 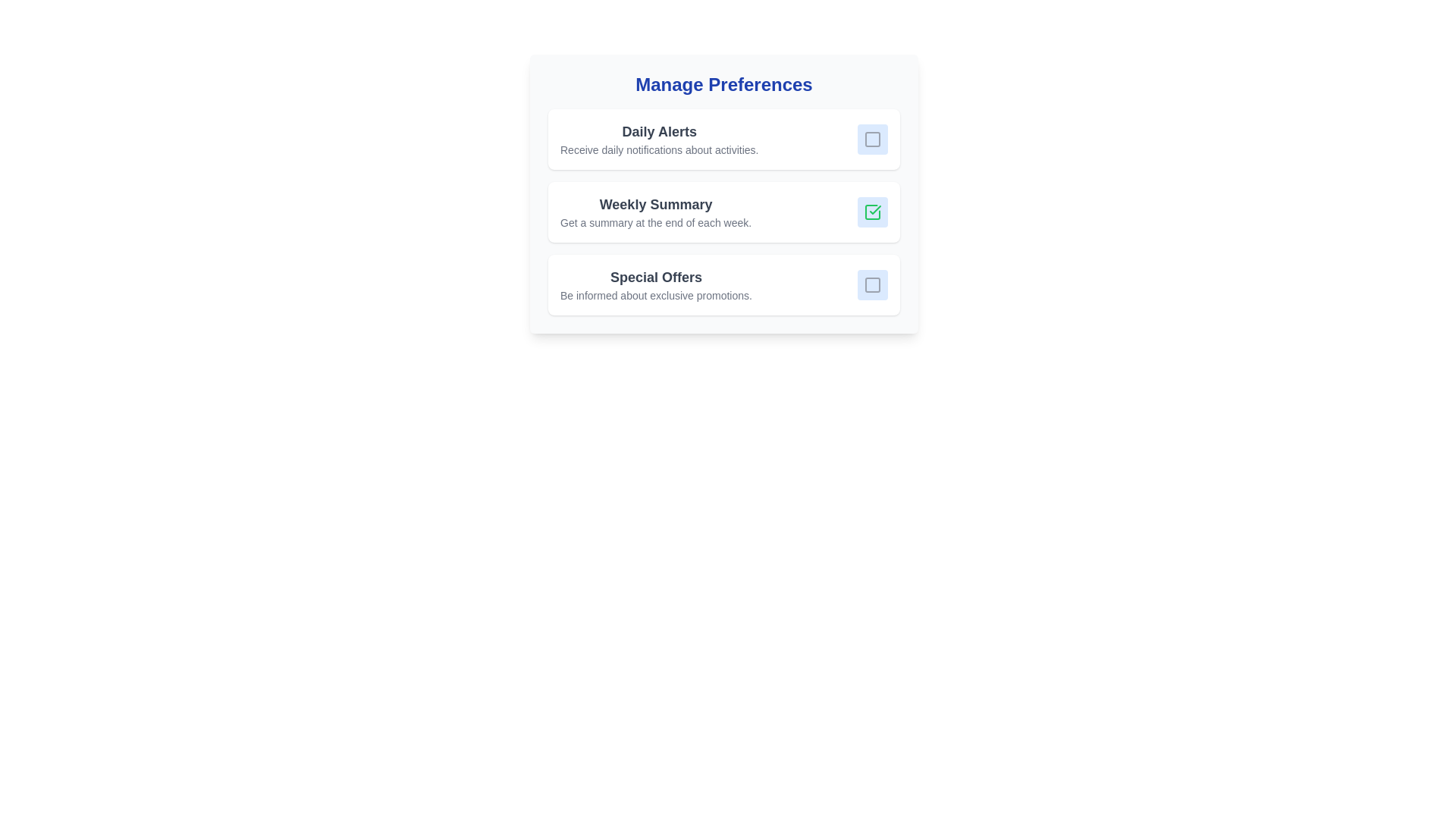 What do you see at coordinates (723, 84) in the screenshot?
I see `the Static Text Header displaying 'Manage Preferences' in bold, large blue font, which serves as the title for the preferences management interface` at bounding box center [723, 84].